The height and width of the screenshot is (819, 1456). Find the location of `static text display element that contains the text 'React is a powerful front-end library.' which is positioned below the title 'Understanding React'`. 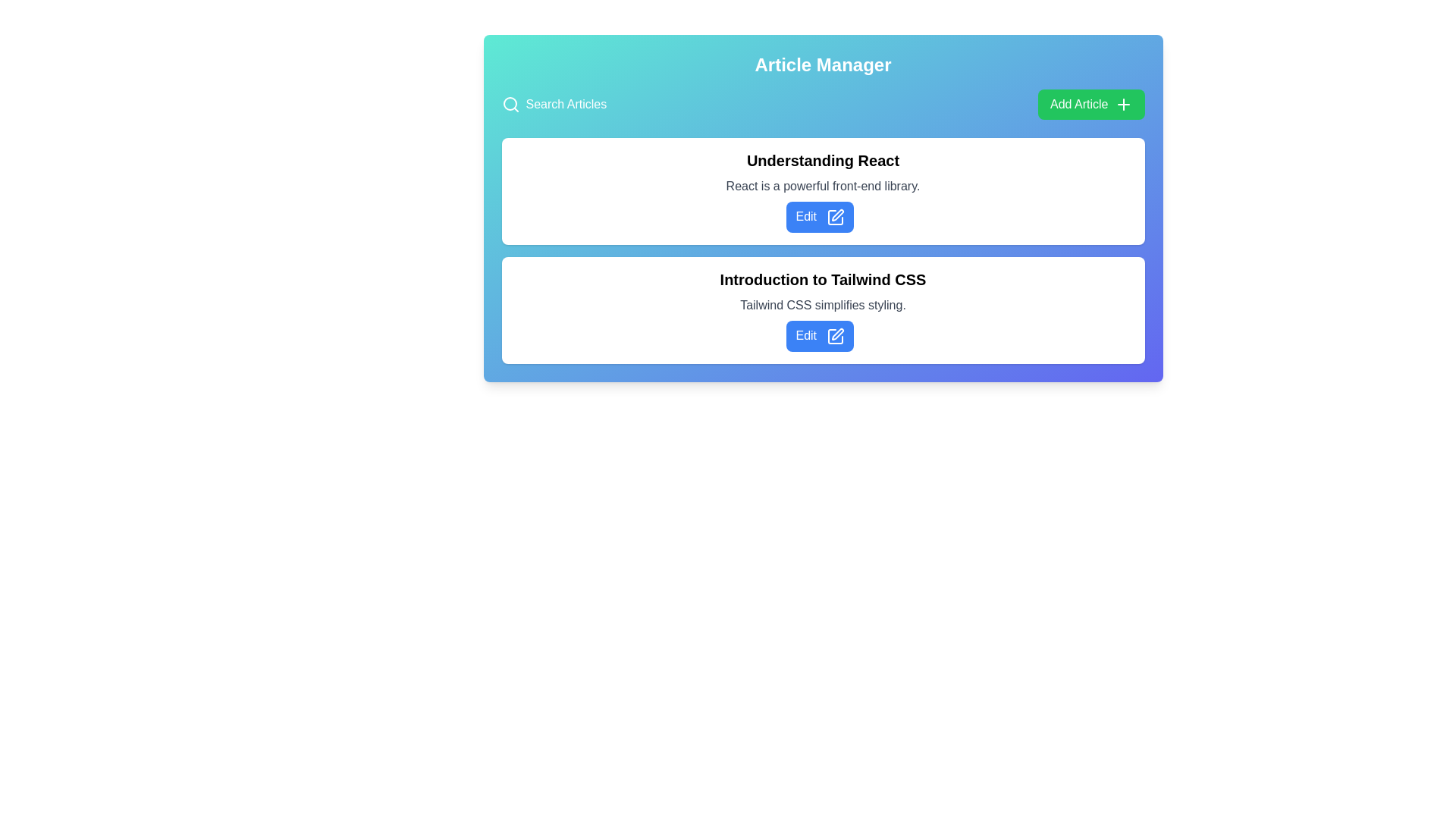

static text display element that contains the text 'React is a powerful front-end library.' which is positioned below the title 'Understanding React' is located at coordinates (822, 186).